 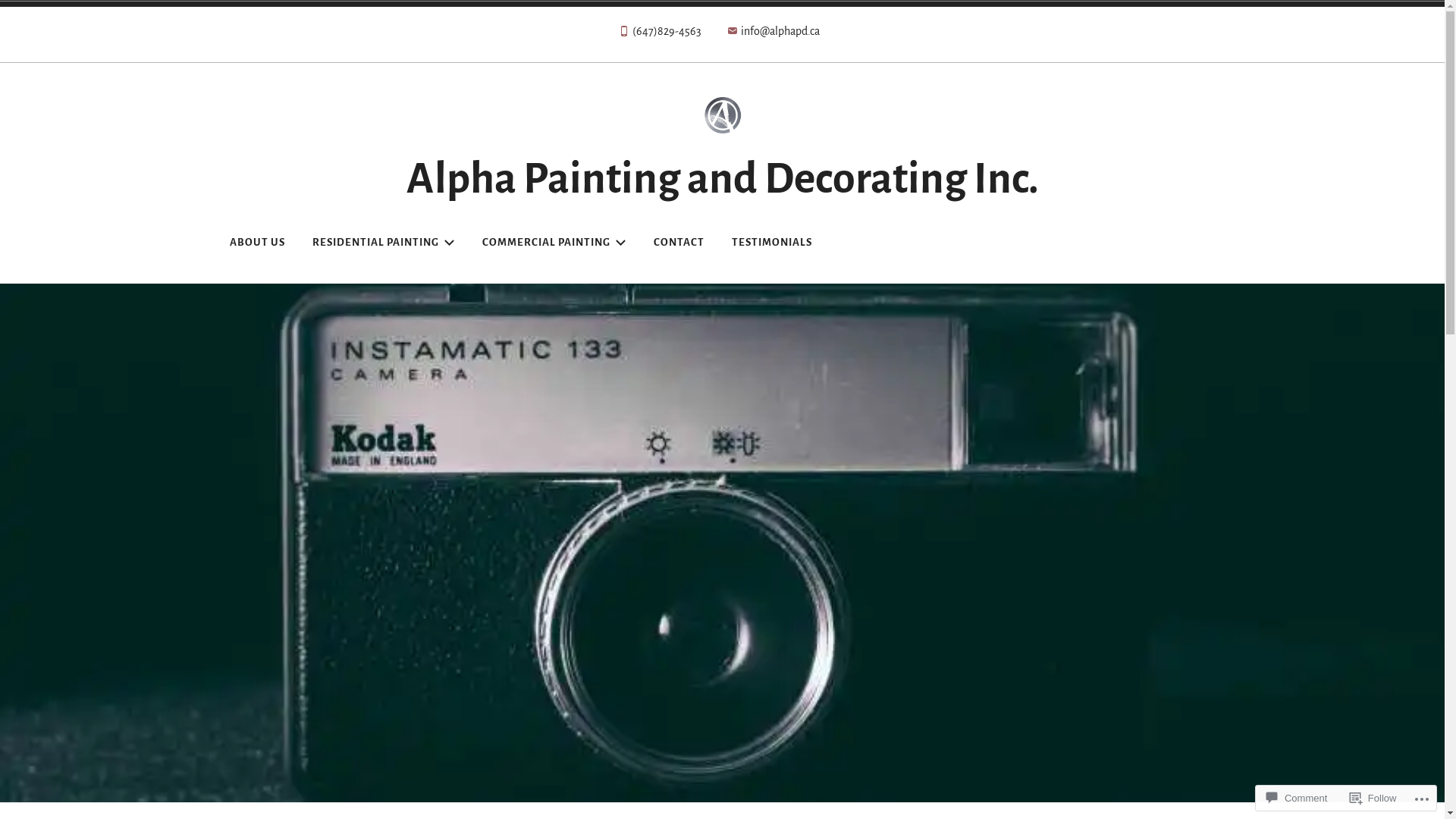 I want to click on 'E-mail info@alphapd.ca', so click(x=773, y=34).